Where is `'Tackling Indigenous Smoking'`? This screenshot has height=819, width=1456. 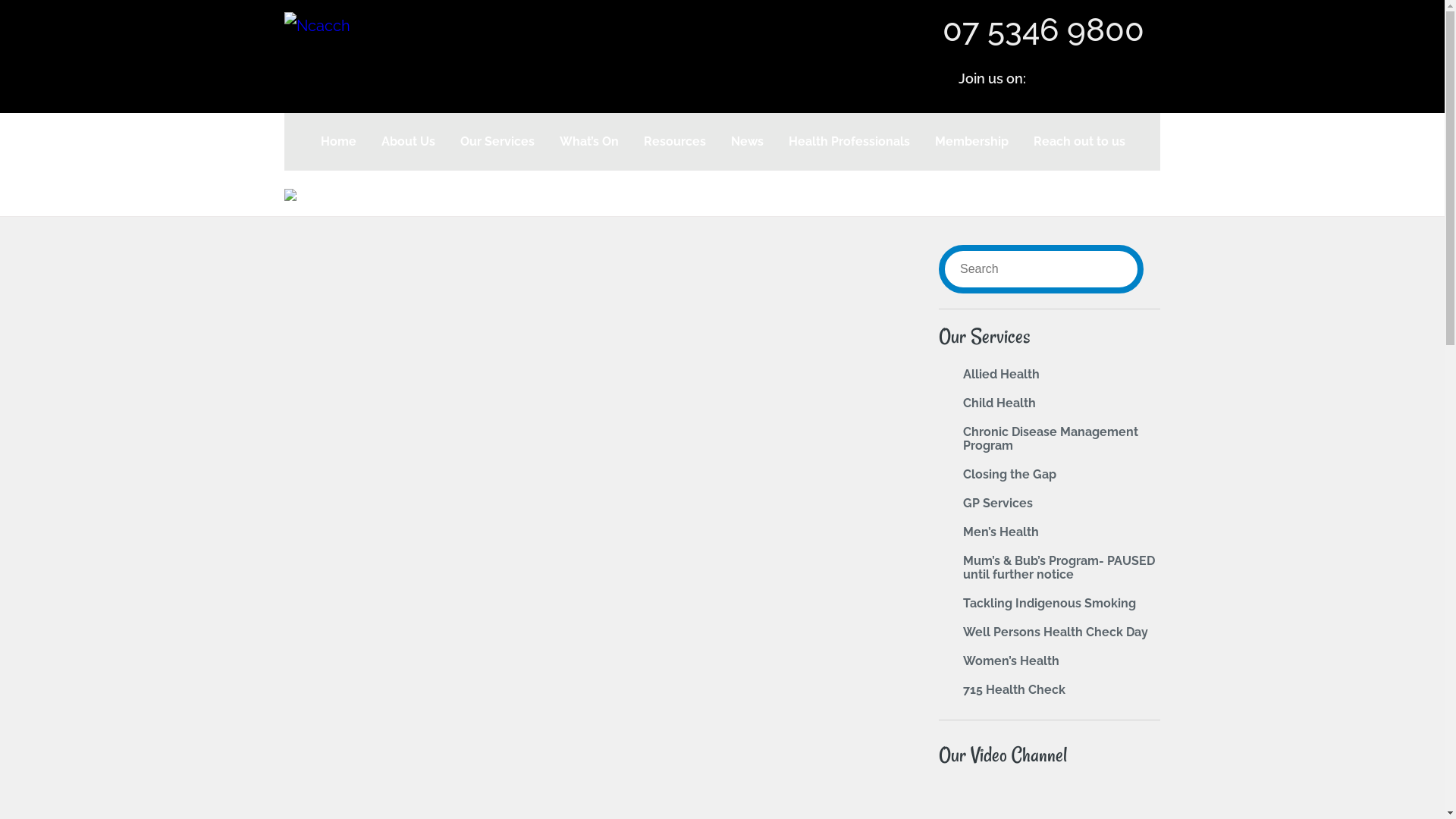
'Tackling Indigenous Smoking' is located at coordinates (1048, 602).